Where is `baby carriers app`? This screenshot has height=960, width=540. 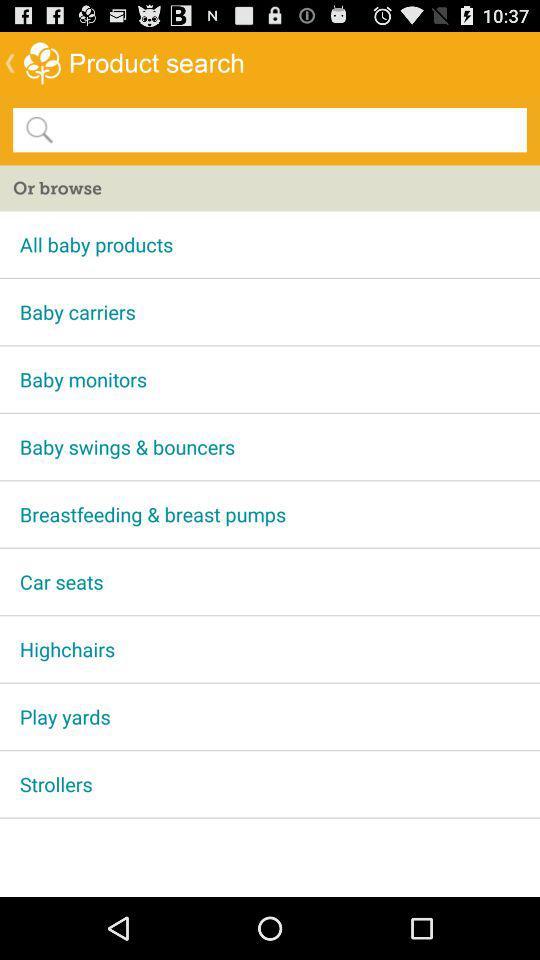
baby carriers app is located at coordinates (270, 311).